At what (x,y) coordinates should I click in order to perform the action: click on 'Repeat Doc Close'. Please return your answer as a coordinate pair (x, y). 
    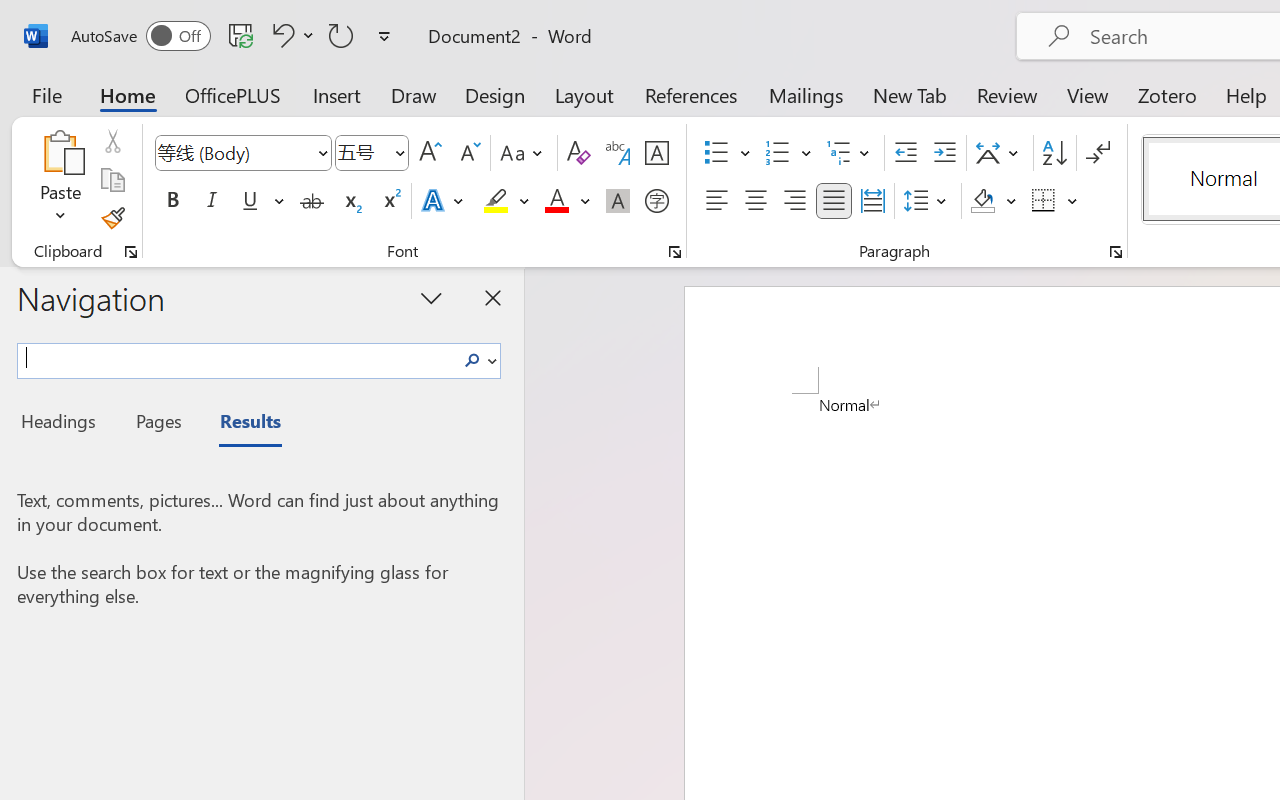
    Looking at the image, I should click on (341, 34).